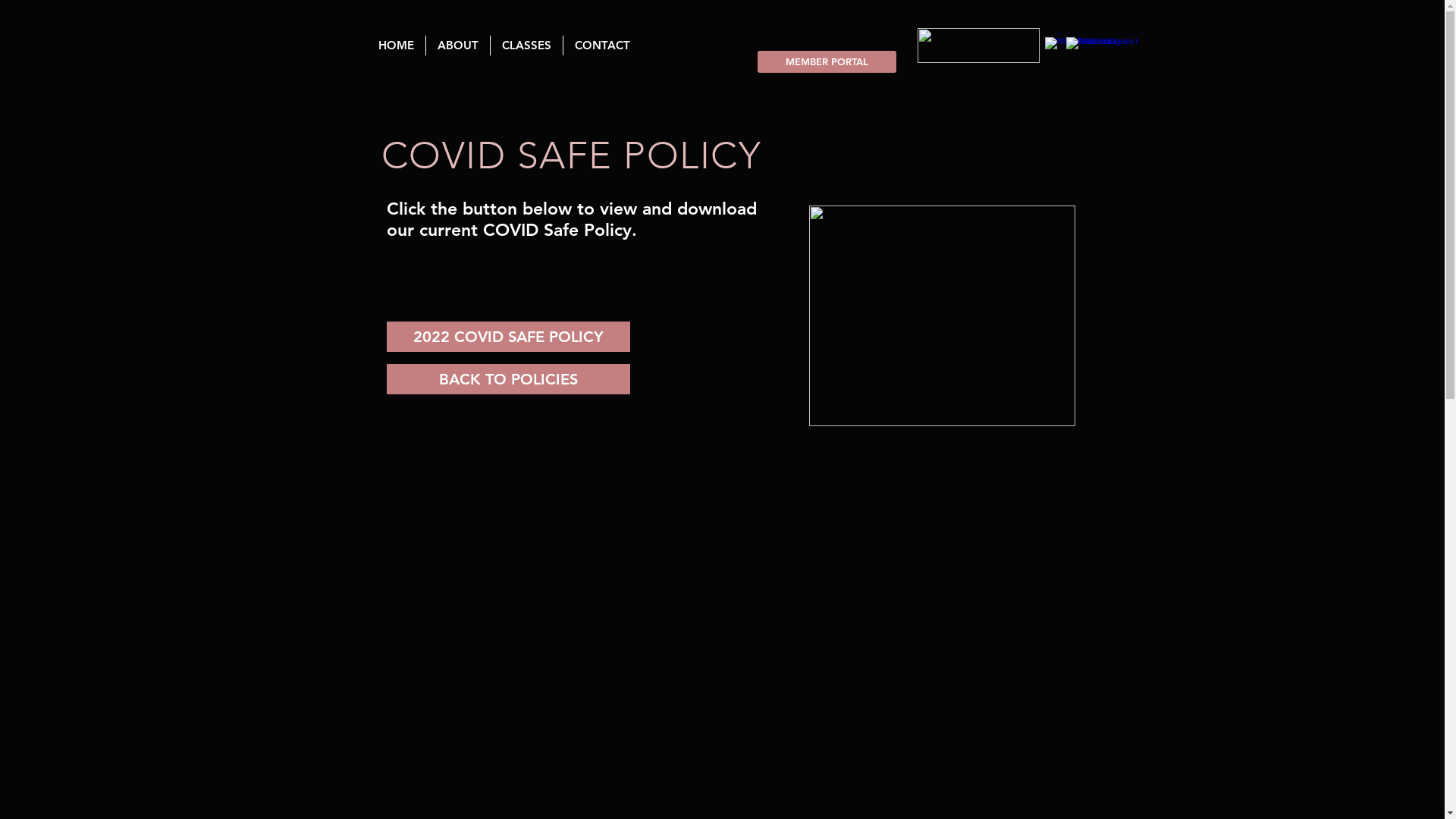 The height and width of the screenshot is (819, 1456). Describe the element at coordinates (457, 45) in the screenshot. I see `'ABOUT'` at that location.